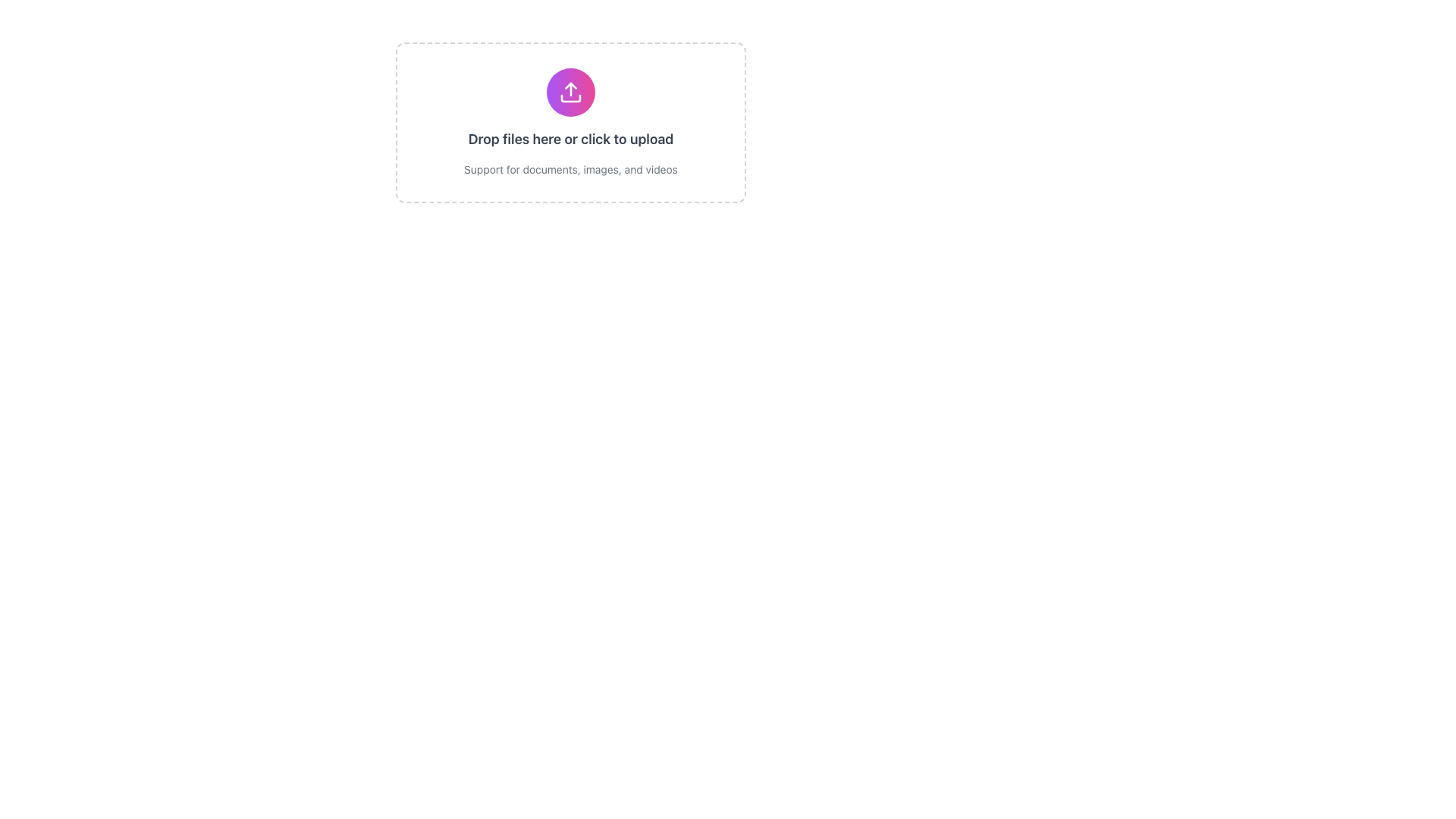  Describe the element at coordinates (570, 169) in the screenshot. I see `the descriptive text label that provides information about supported file types for uploading, positioned directly underneath the text 'Drop files here or click to upload.'` at that location.